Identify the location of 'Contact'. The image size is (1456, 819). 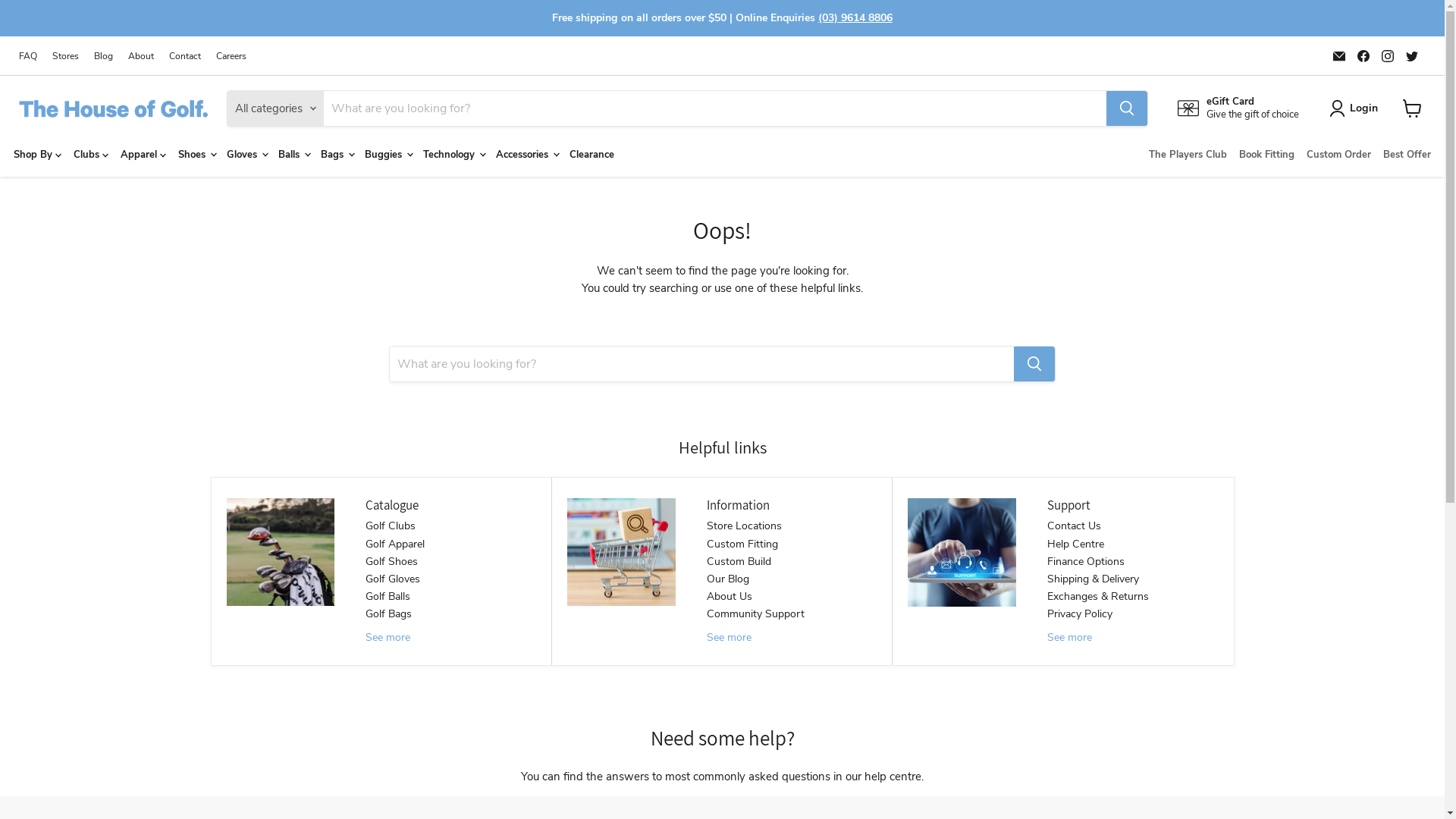
(184, 55).